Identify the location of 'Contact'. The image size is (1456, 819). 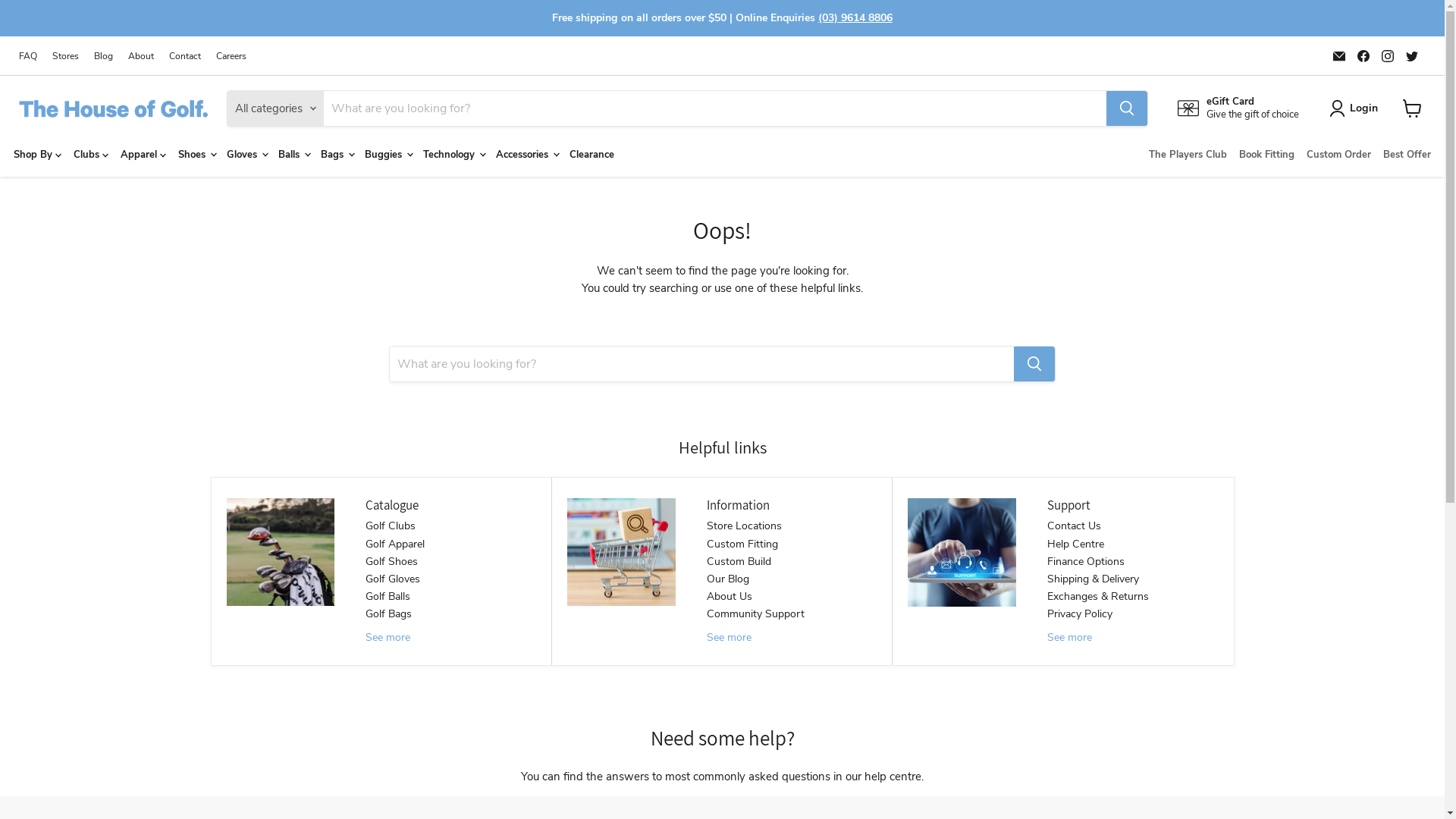
(184, 55).